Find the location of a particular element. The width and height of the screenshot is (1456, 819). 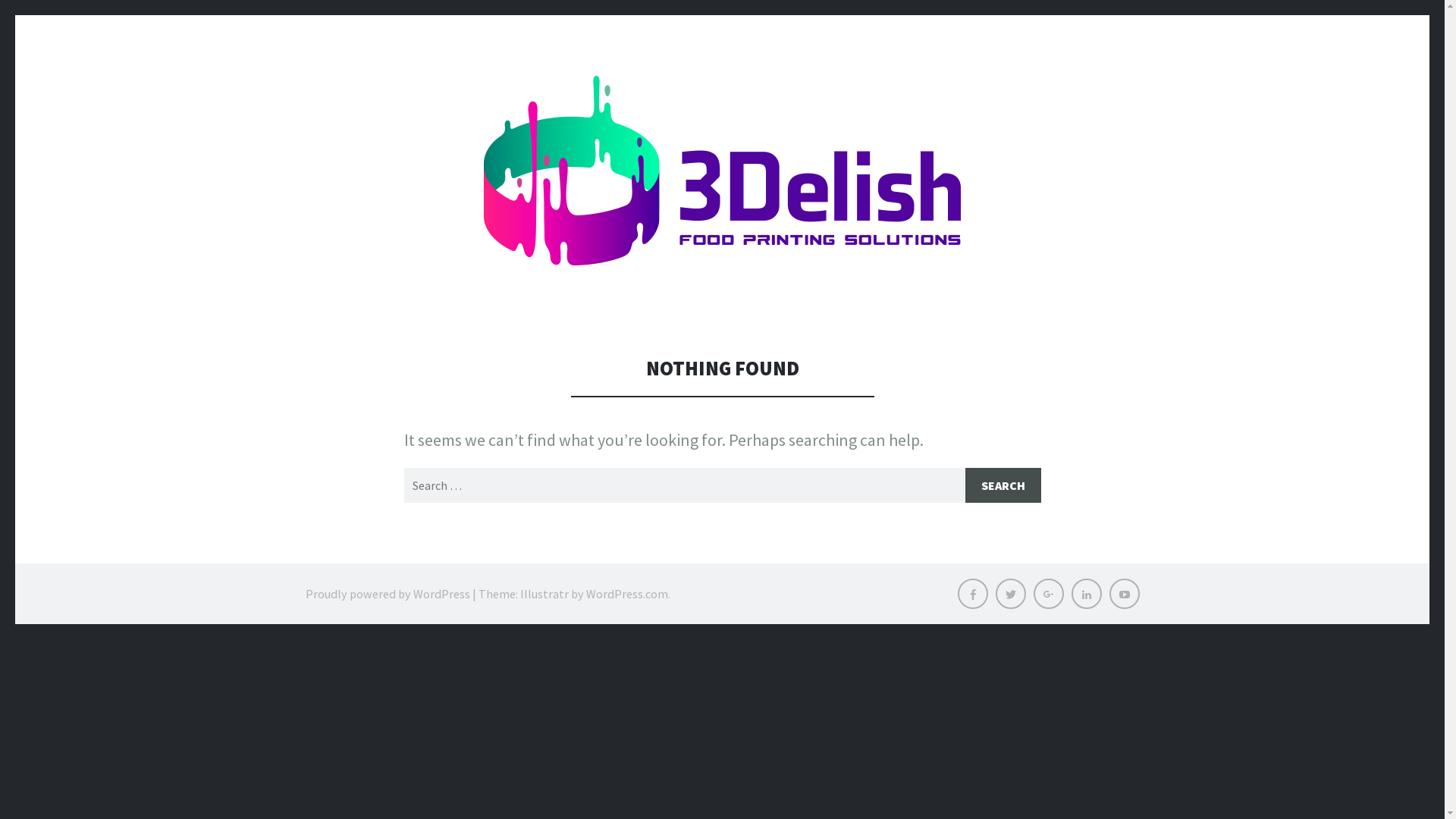

'Youtube' is located at coordinates (1124, 593).